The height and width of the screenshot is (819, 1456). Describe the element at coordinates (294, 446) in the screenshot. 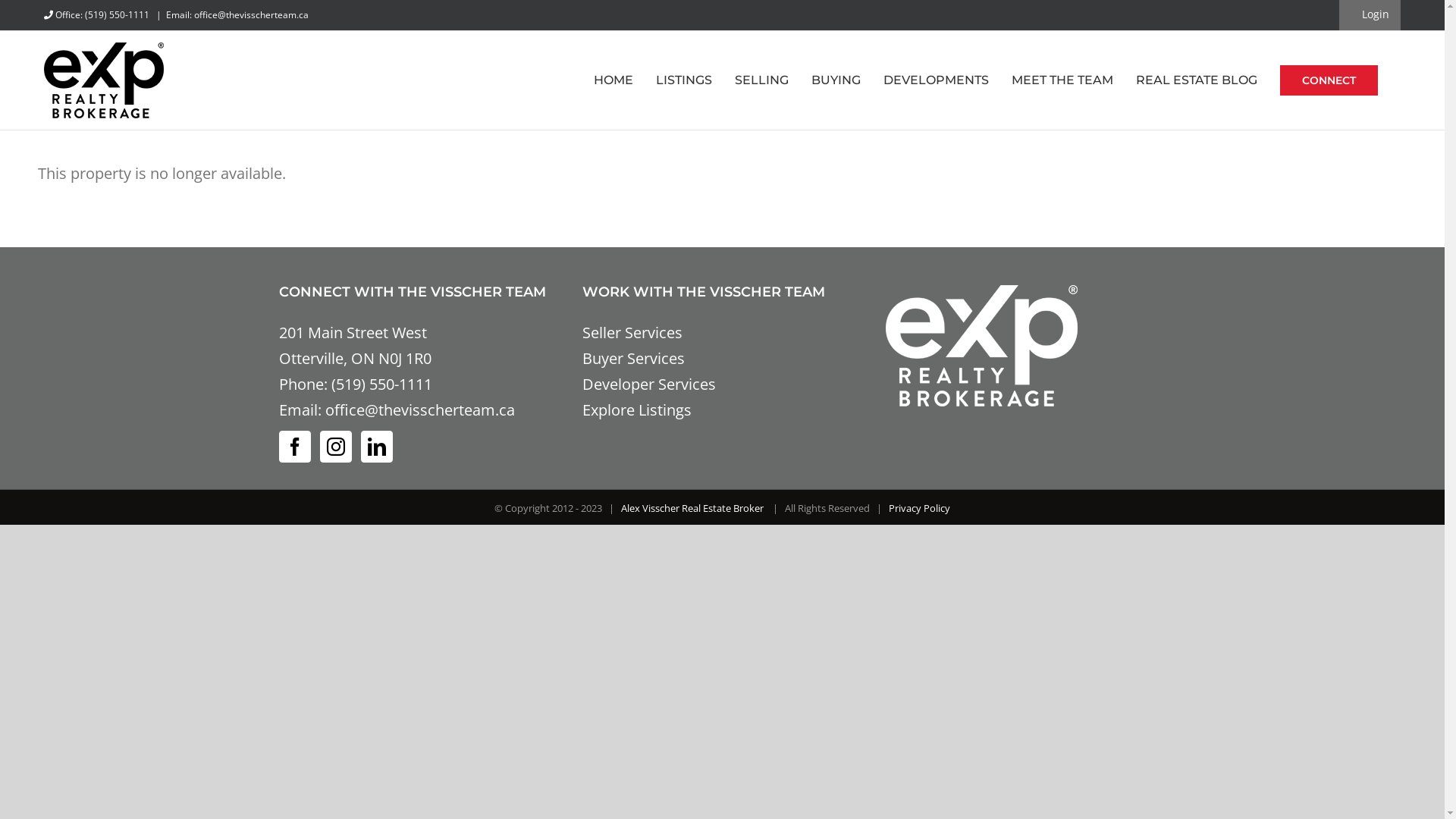

I see `'Facebook'` at that location.